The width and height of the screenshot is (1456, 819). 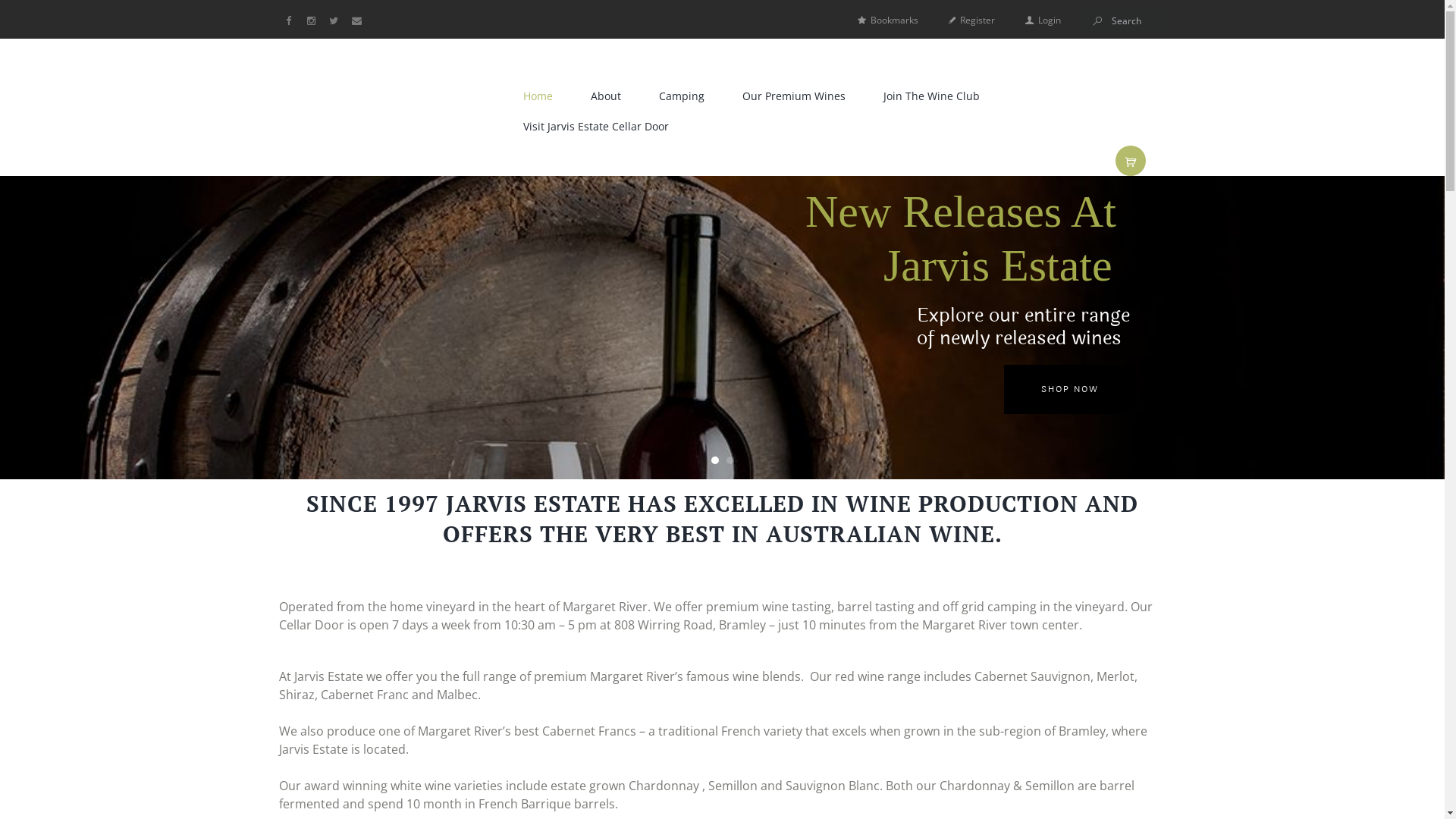 What do you see at coordinates (792, 95) in the screenshot?
I see `'Our Premium Wines'` at bounding box center [792, 95].